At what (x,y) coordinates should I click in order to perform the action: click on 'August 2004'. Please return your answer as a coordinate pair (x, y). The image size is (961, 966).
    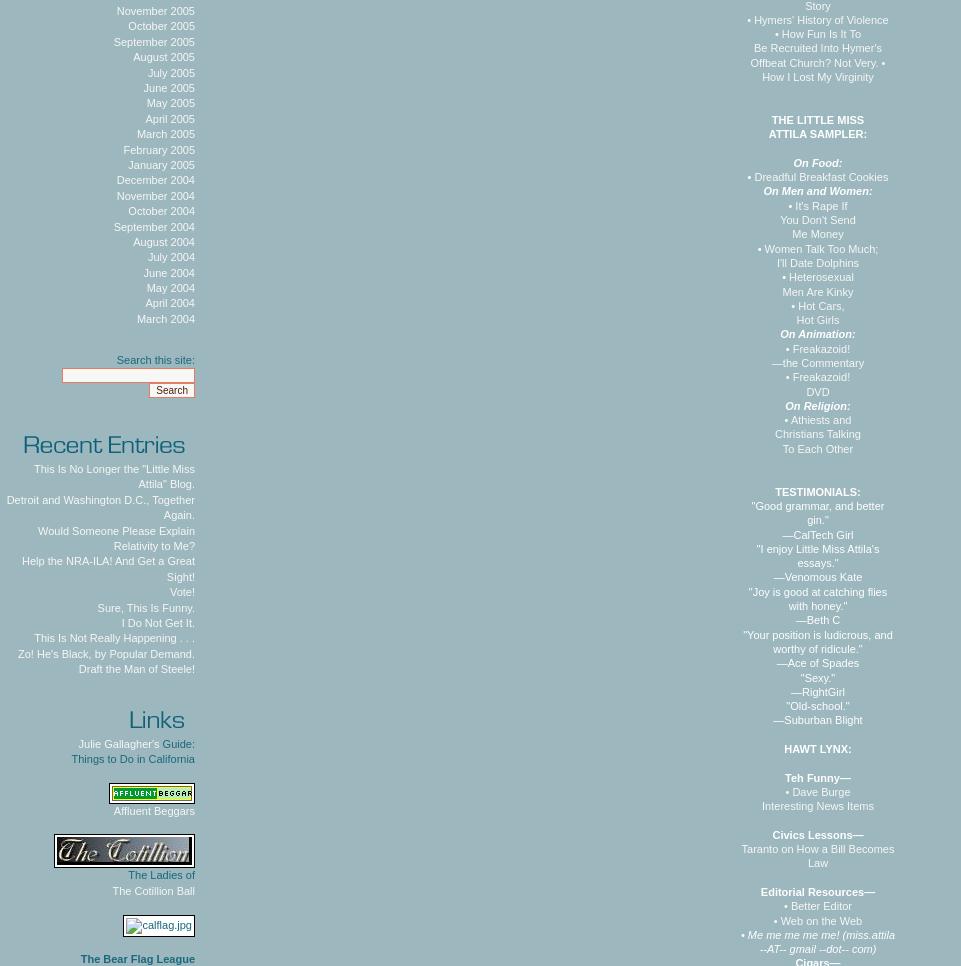
    Looking at the image, I should click on (164, 240).